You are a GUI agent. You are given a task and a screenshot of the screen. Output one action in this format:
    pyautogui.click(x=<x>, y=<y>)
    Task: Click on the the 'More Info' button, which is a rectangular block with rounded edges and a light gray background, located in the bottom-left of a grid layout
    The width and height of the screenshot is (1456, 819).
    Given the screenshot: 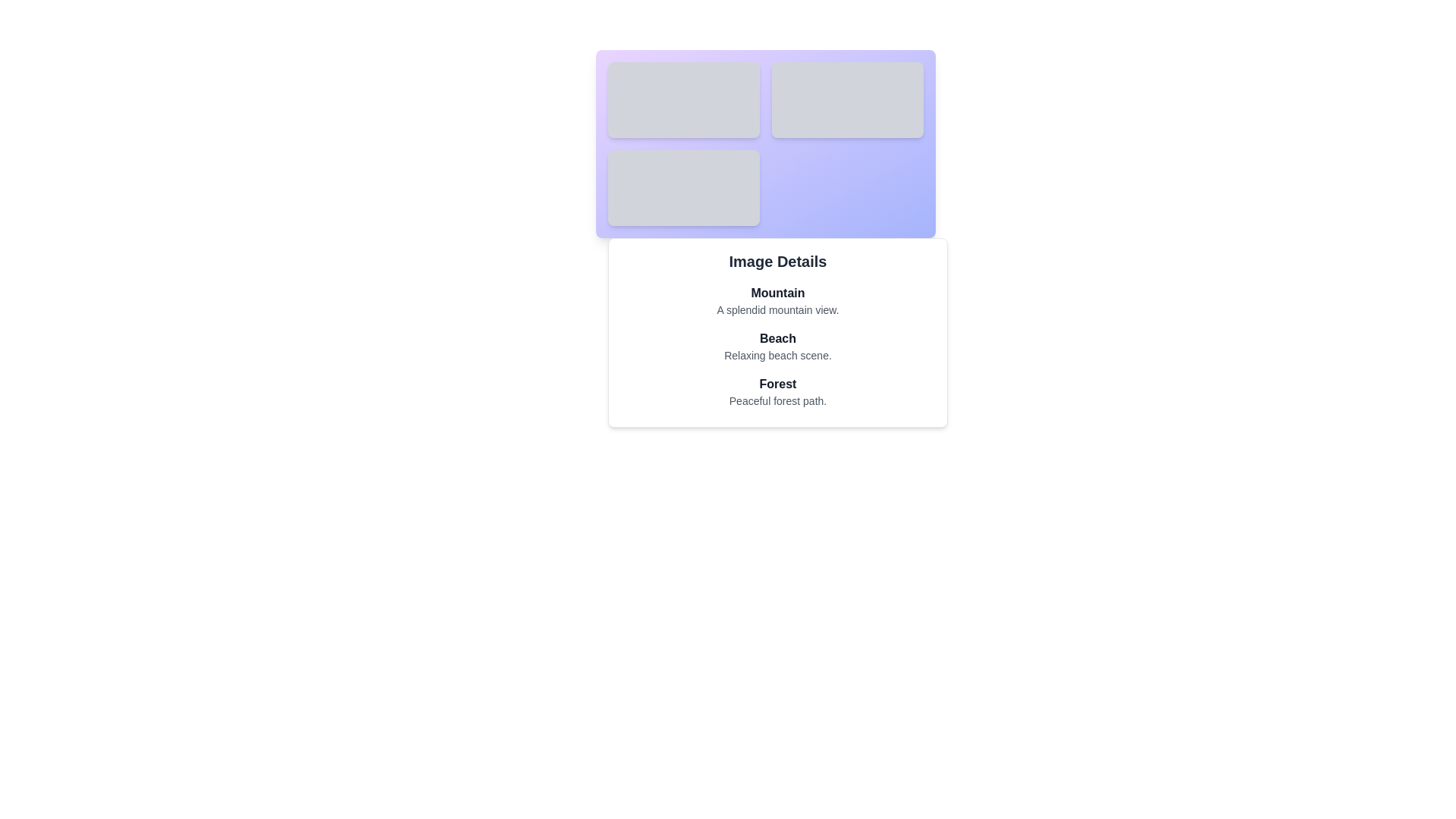 What is the action you would take?
    pyautogui.click(x=683, y=187)
    